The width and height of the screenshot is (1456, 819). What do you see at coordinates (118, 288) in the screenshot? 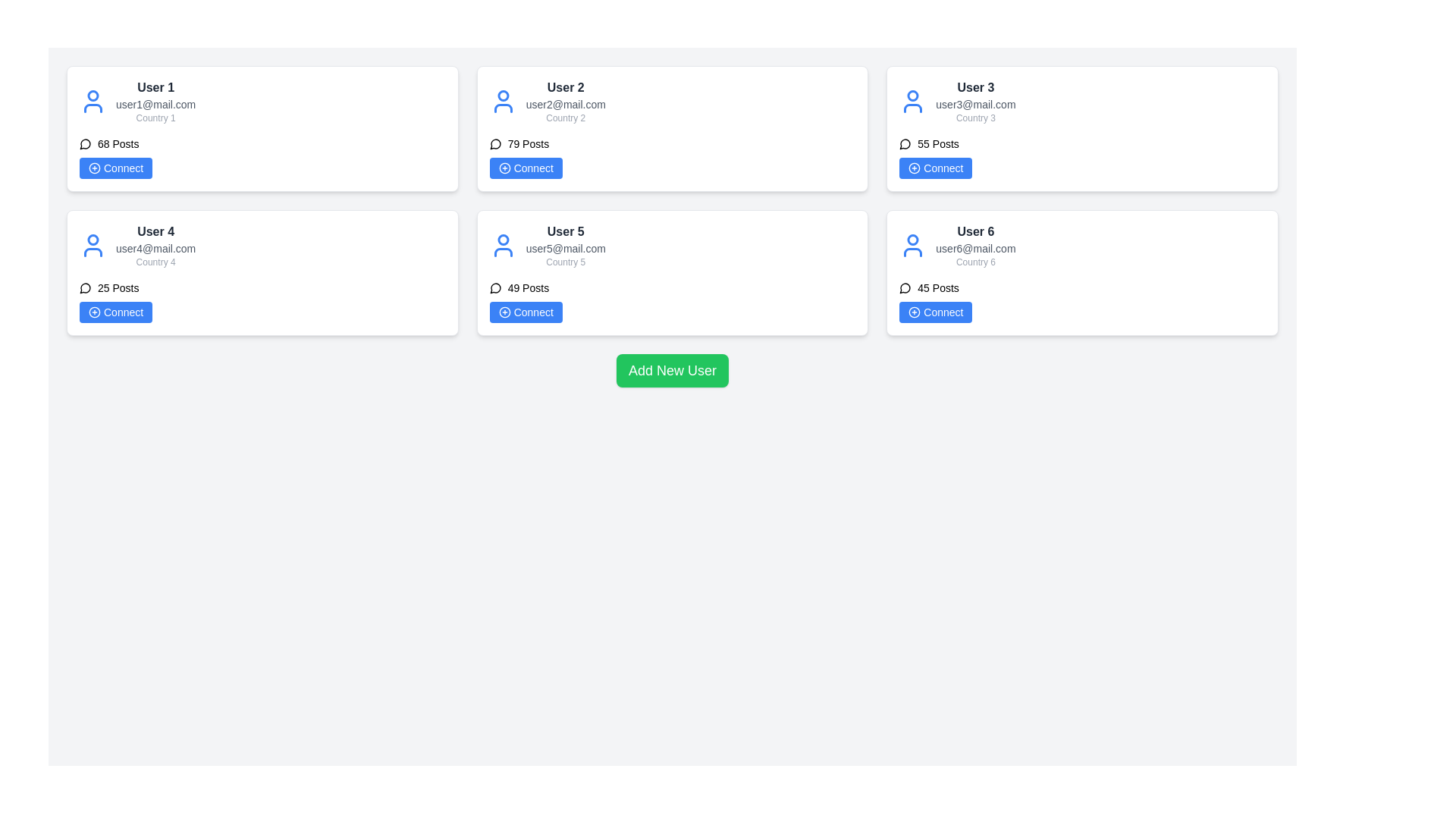
I see `the static text component displaying '25 Posts', which is located below the title 'User 4' and above the 'Connect' button within the second card of the left column` at bounding box center [118, 288].